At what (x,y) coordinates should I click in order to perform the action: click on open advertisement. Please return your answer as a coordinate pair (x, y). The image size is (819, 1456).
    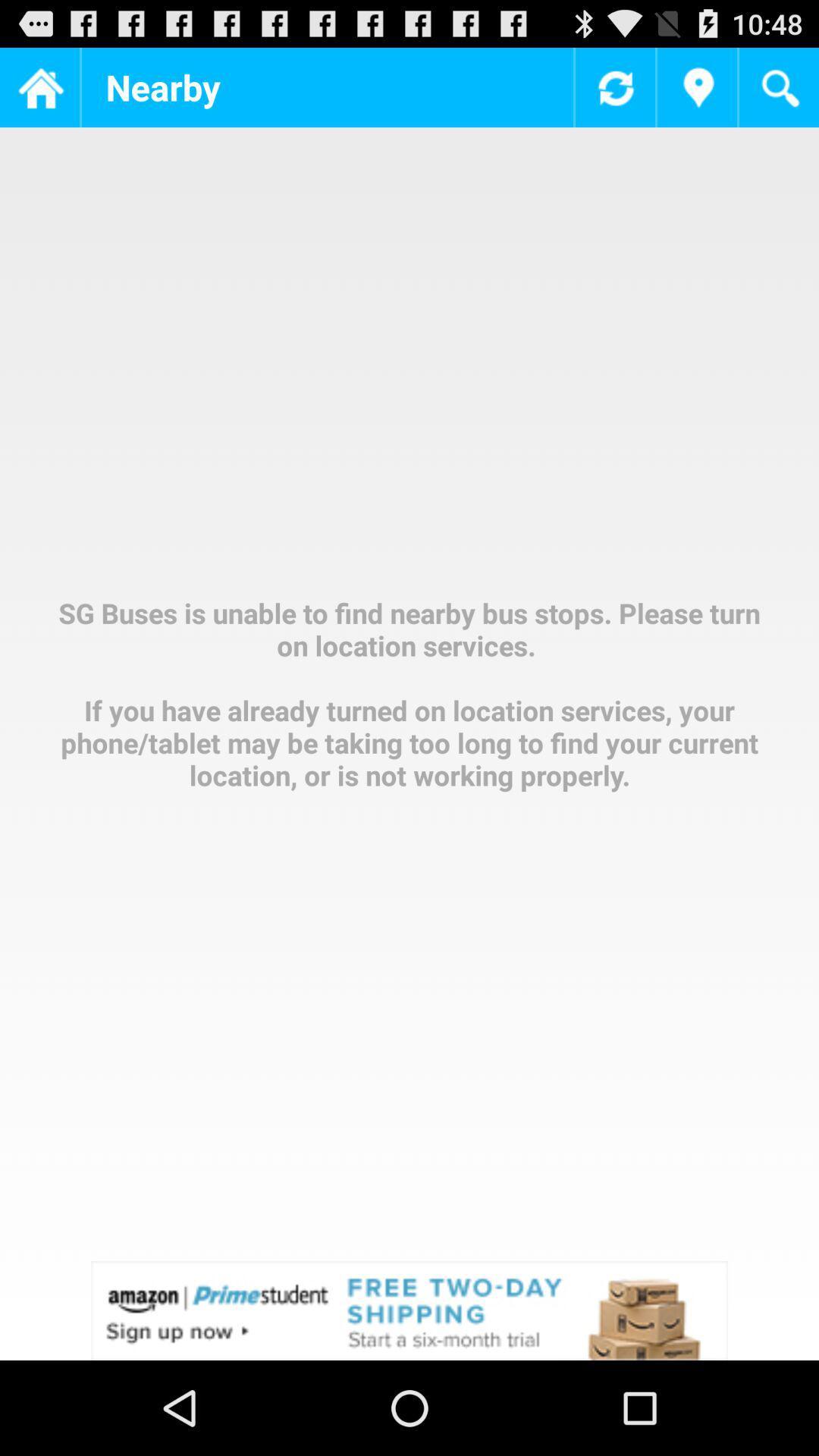
    Looking at the image, I should click on (409, 1310).